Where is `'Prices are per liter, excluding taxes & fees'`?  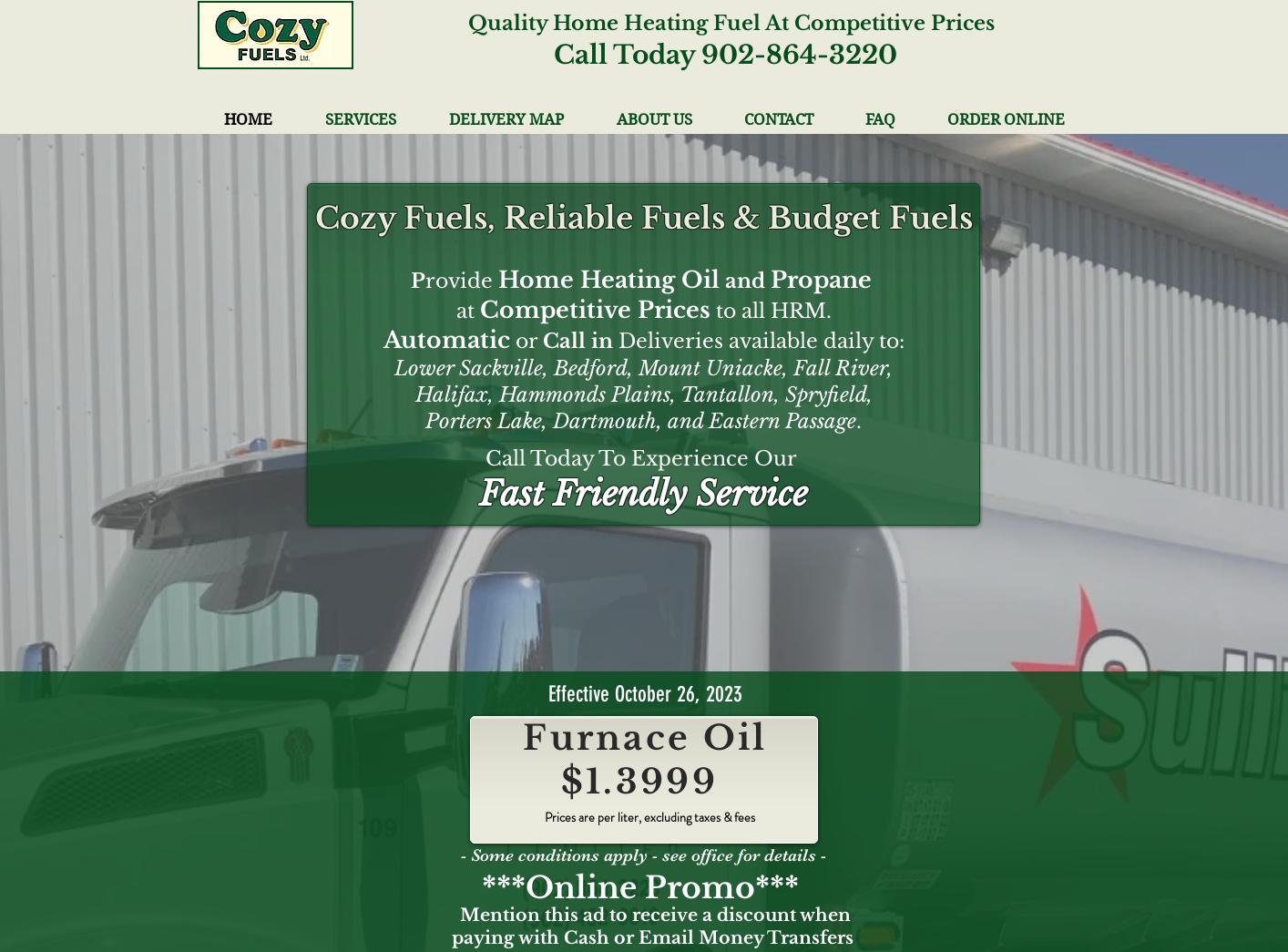
'Prices are per liter, excluding taxes & fees' is located at coordinates (648, 815).